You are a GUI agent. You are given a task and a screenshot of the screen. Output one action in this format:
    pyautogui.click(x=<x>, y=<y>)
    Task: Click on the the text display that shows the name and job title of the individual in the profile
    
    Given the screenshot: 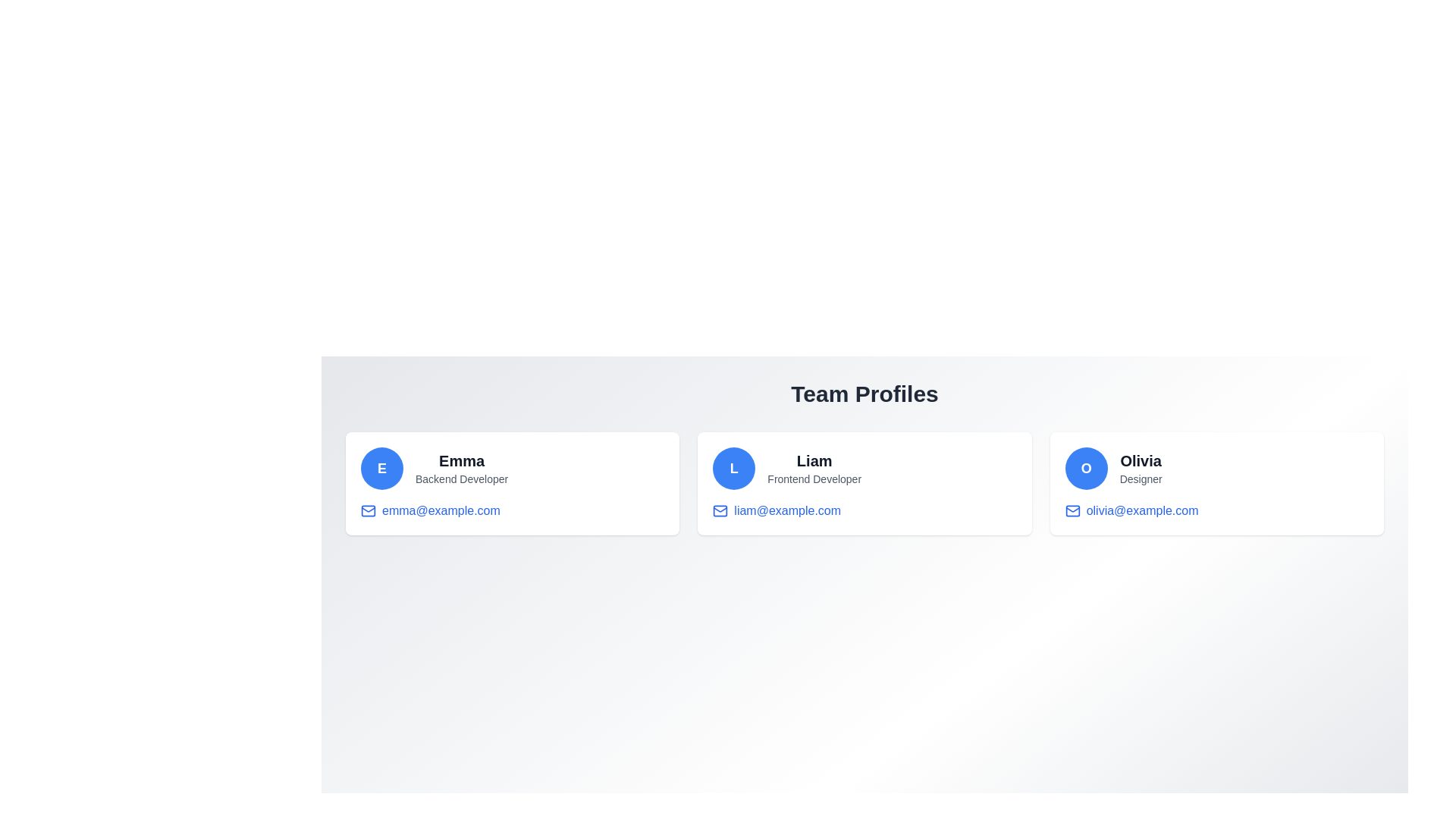 What is the action you would take?
    pyautogui.click(x=461, y=467)
    